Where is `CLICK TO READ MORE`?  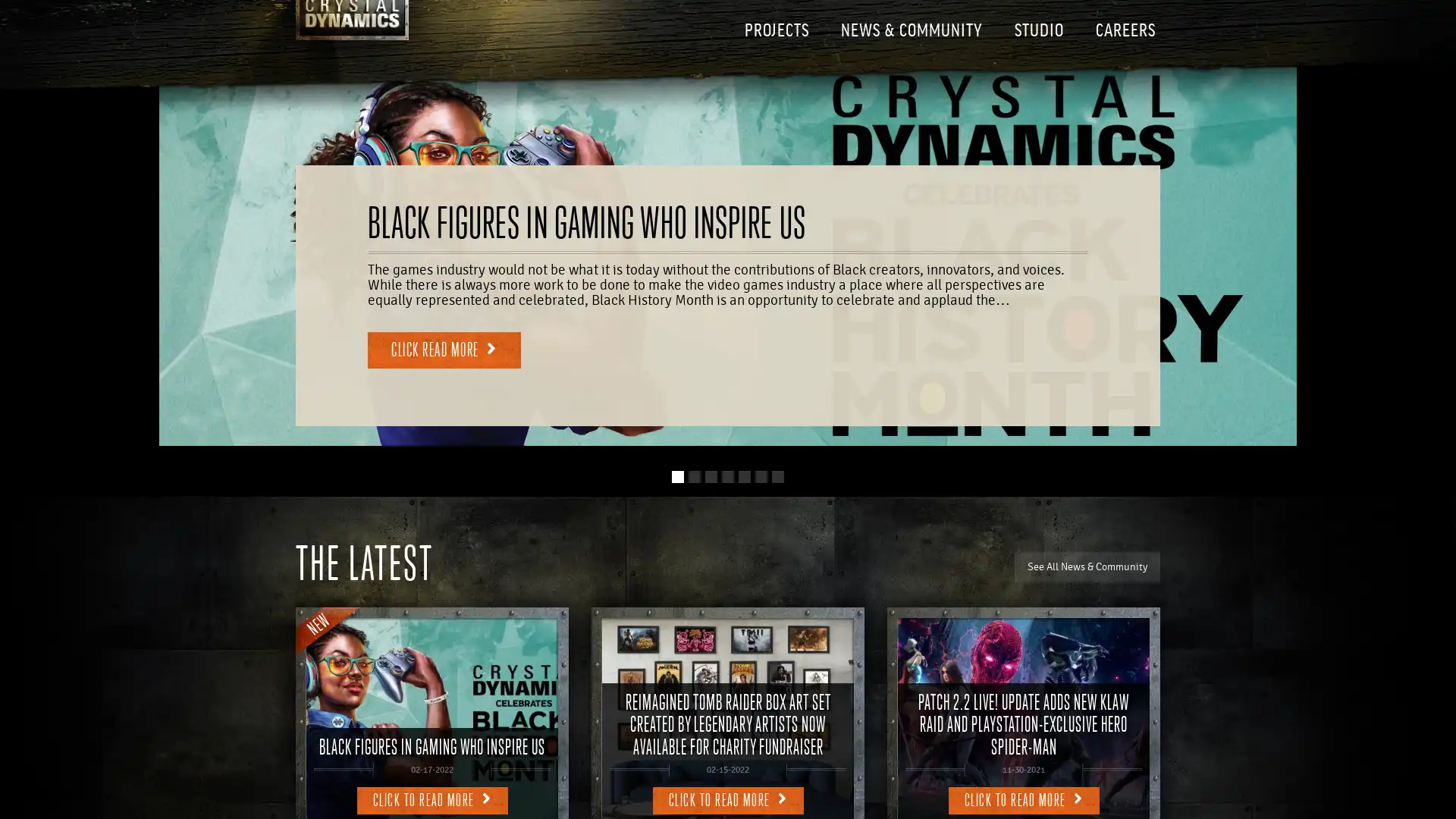 CLICK TO READ MORE is located at coordinates (431, 799).